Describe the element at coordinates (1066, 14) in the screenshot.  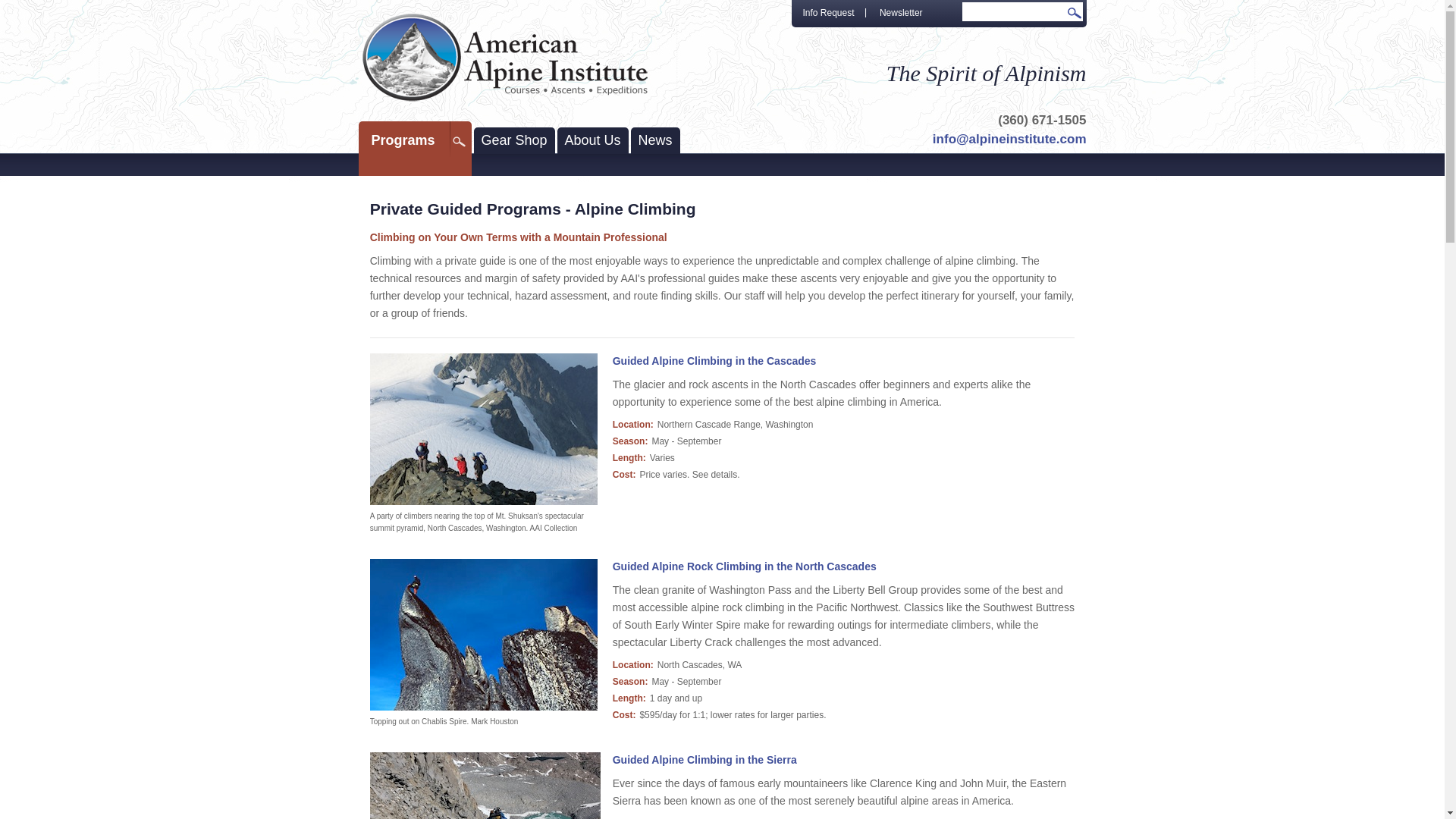
I see `'Go'` at that location.